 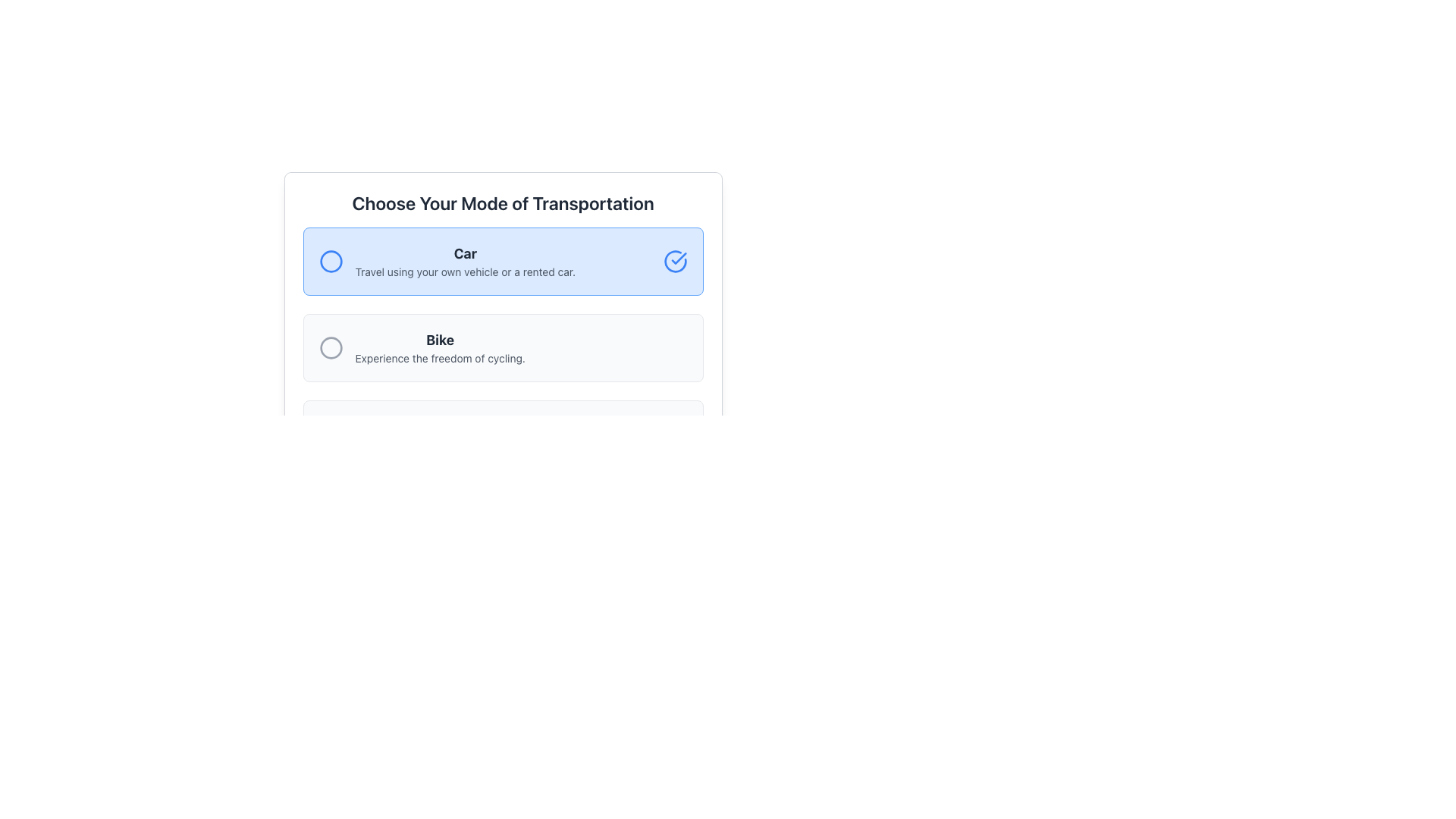 I want to click on the text label that serves as the header for the 'Bike' option in the transportation selection menu, which is positioned directly above a descriptive paragraph, so click(x=439, y=339).